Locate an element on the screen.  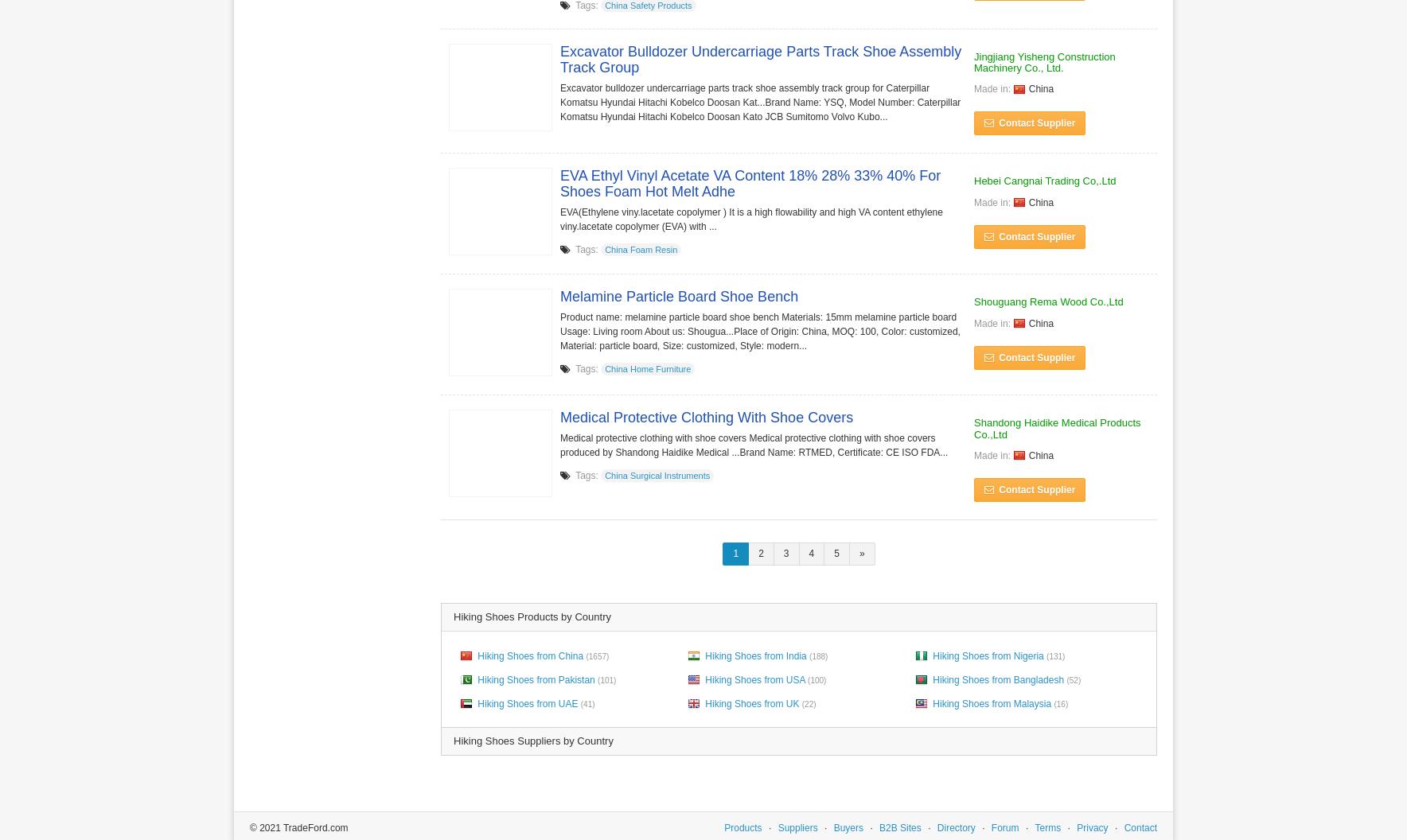
'Hiking Shoes from USA' is located at coordinates (754, 679).